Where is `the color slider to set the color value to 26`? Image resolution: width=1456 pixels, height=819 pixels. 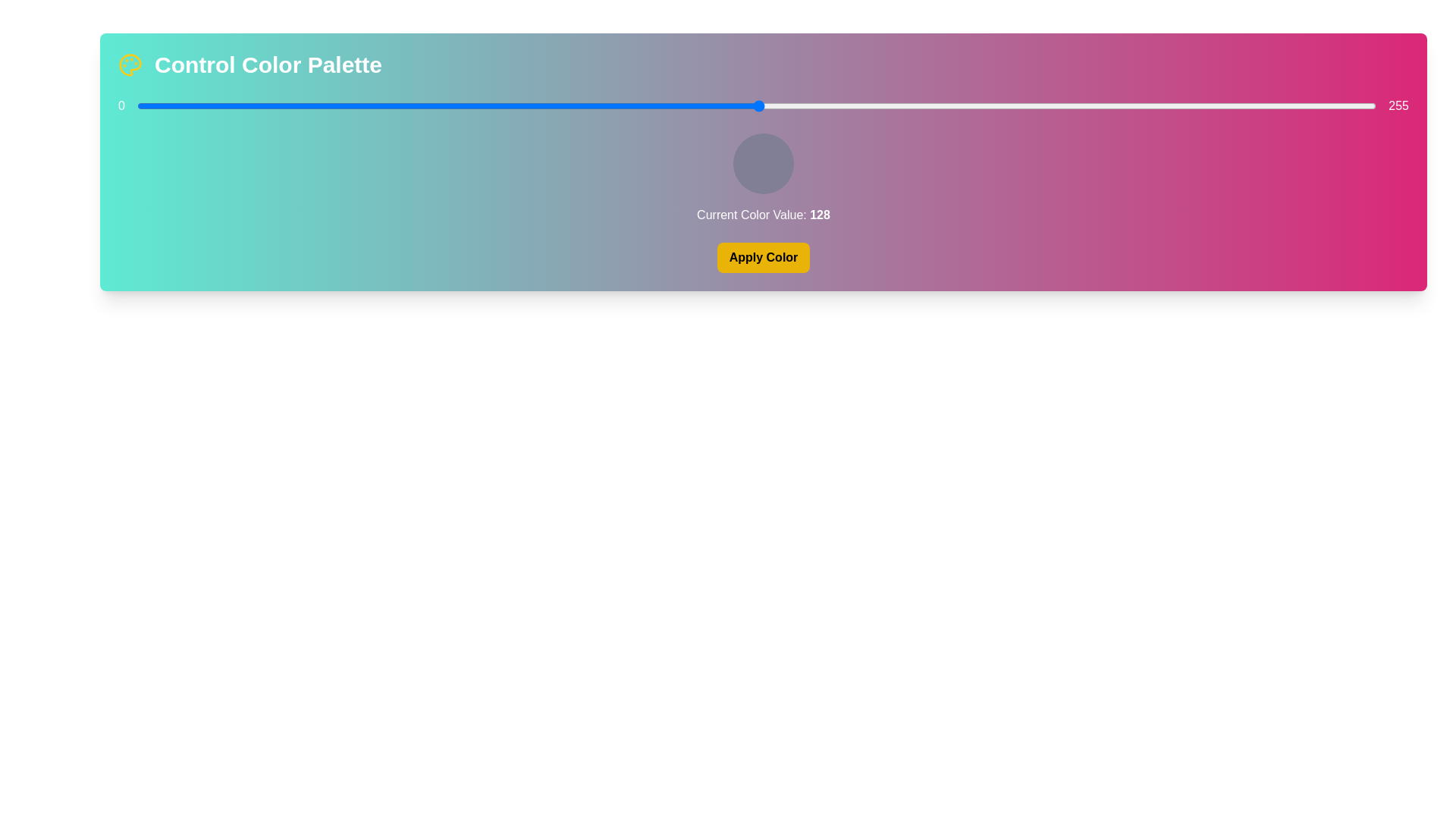
the color slider to set the color value to 26 is located at coordinates (263, 105).